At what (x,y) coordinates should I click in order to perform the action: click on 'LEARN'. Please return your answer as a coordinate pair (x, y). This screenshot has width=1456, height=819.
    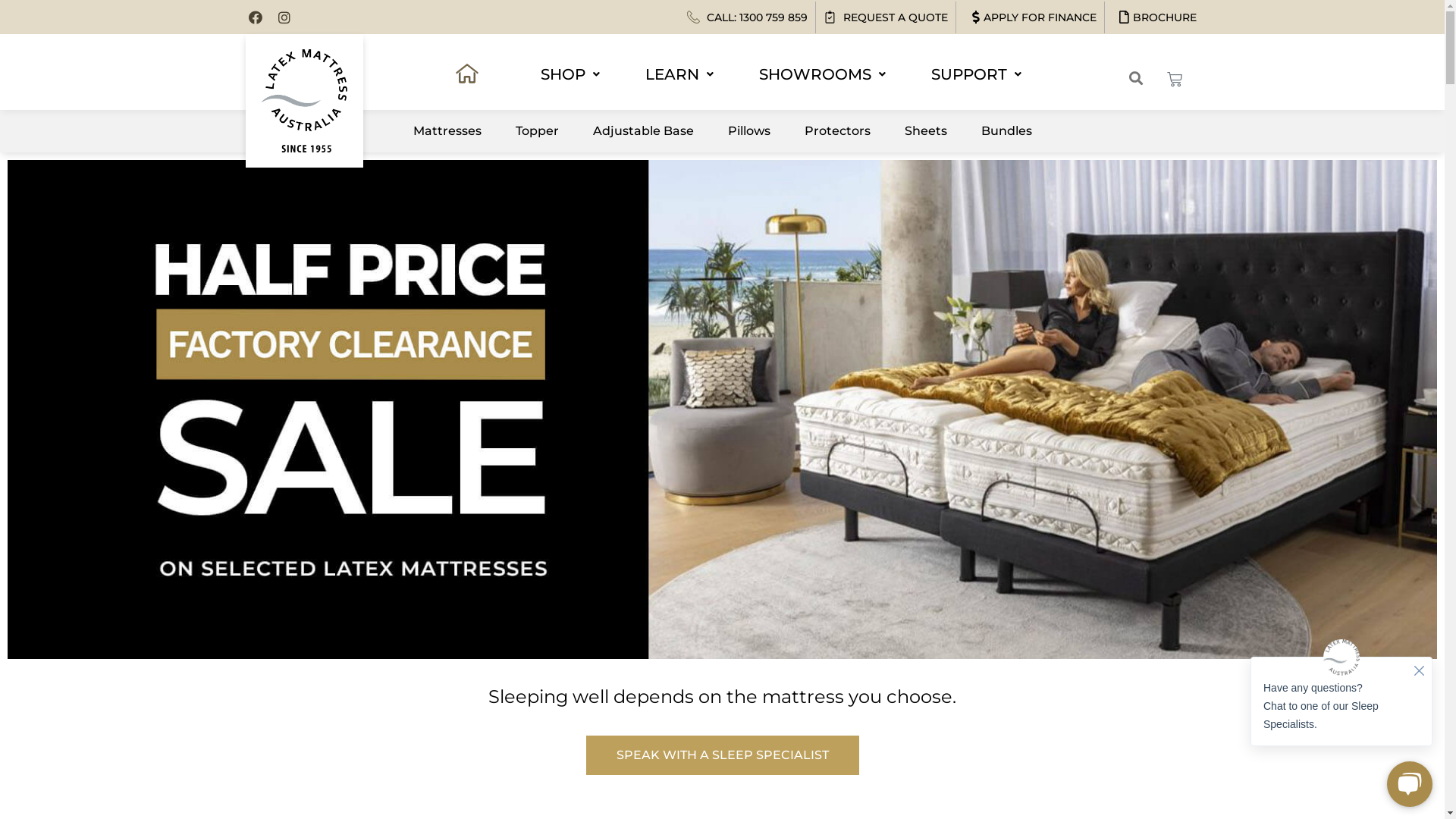
    Looking at the image, I should click on (679, 74).